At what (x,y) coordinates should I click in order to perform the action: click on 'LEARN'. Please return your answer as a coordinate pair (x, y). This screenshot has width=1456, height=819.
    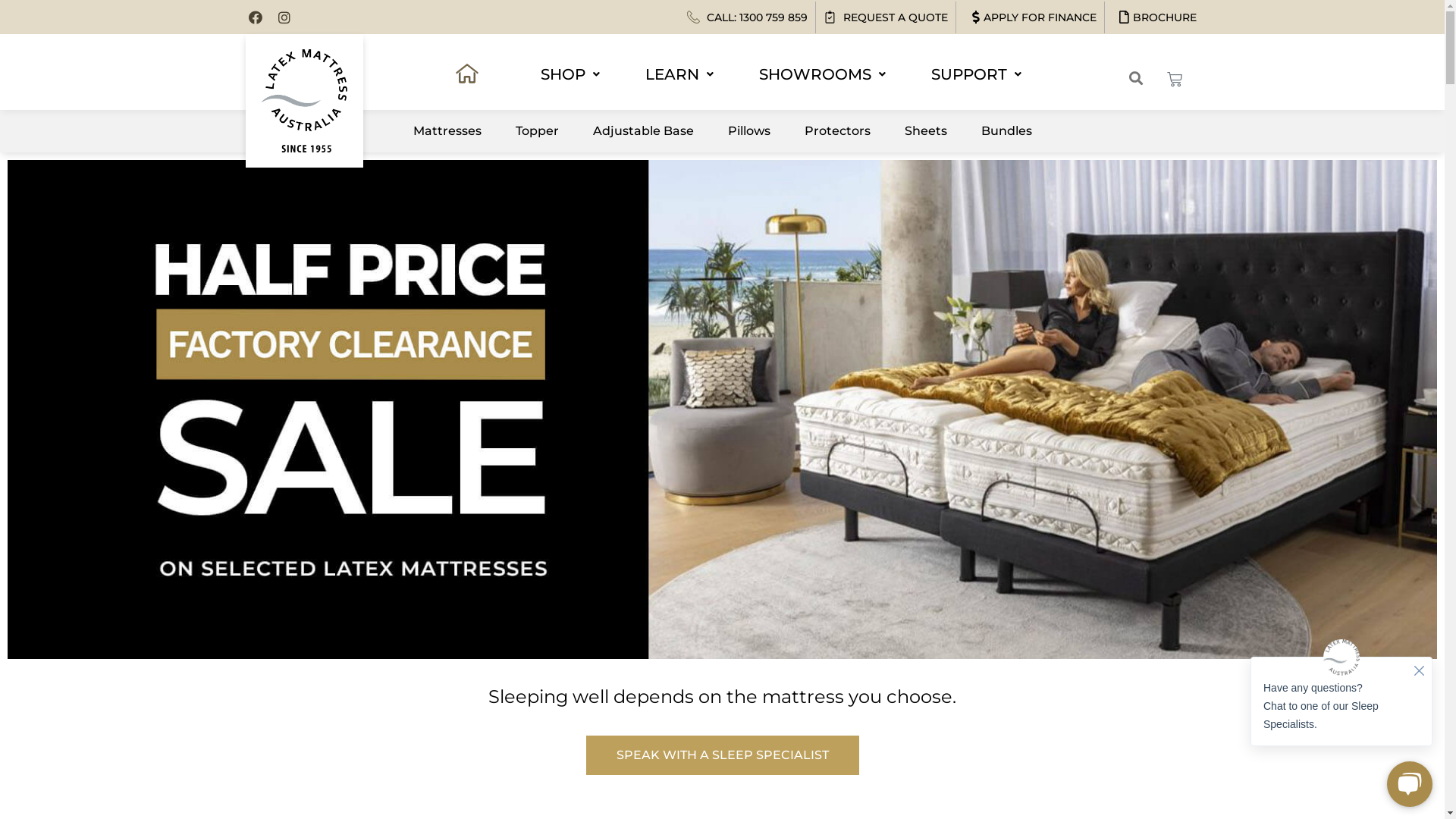
    Looking at the image, I should click on (679, 74).